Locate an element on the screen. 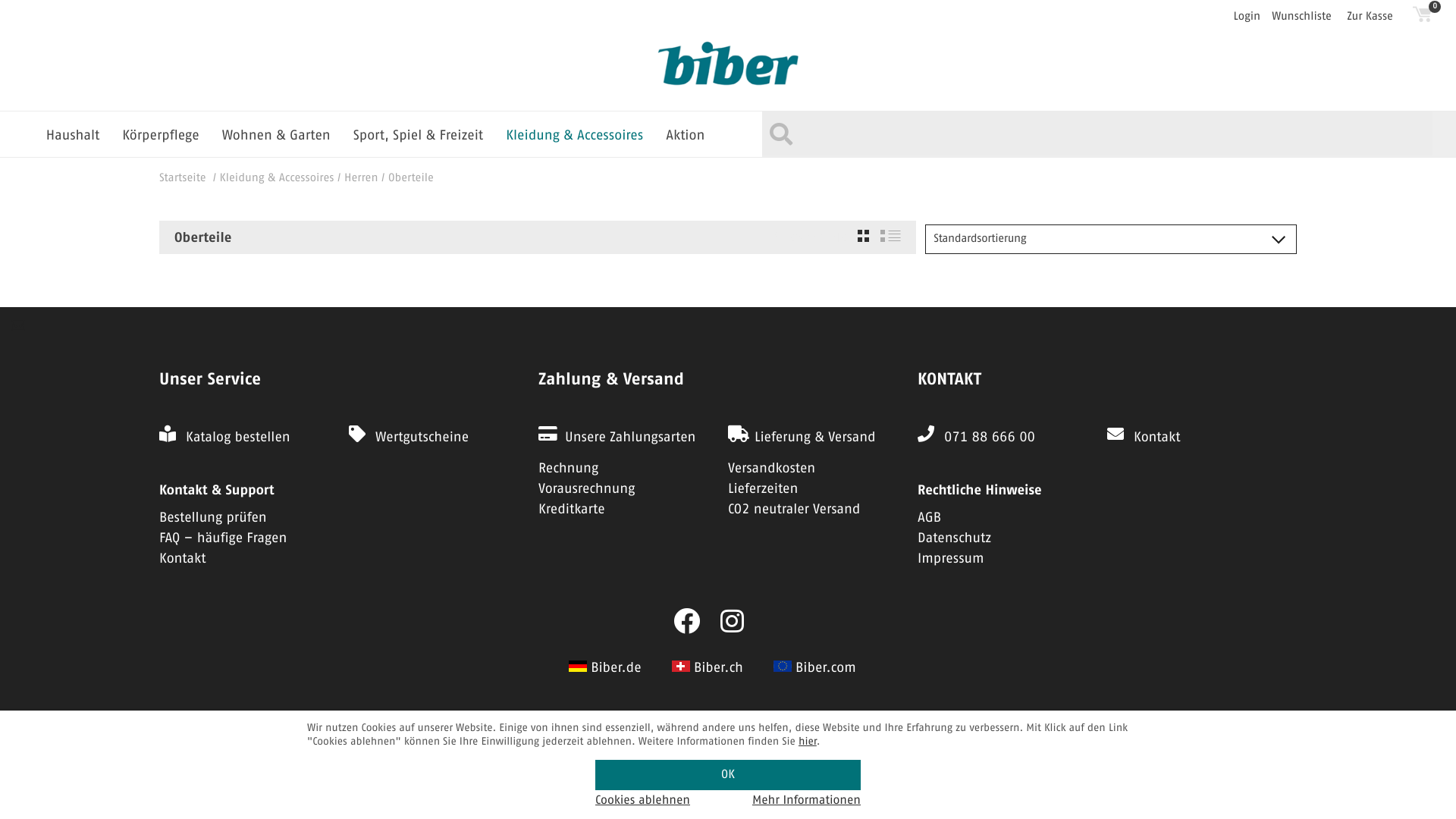 This screenshot has height=819, width=1456. 'Wertgutscheine' is located at coordinates (422, 438).